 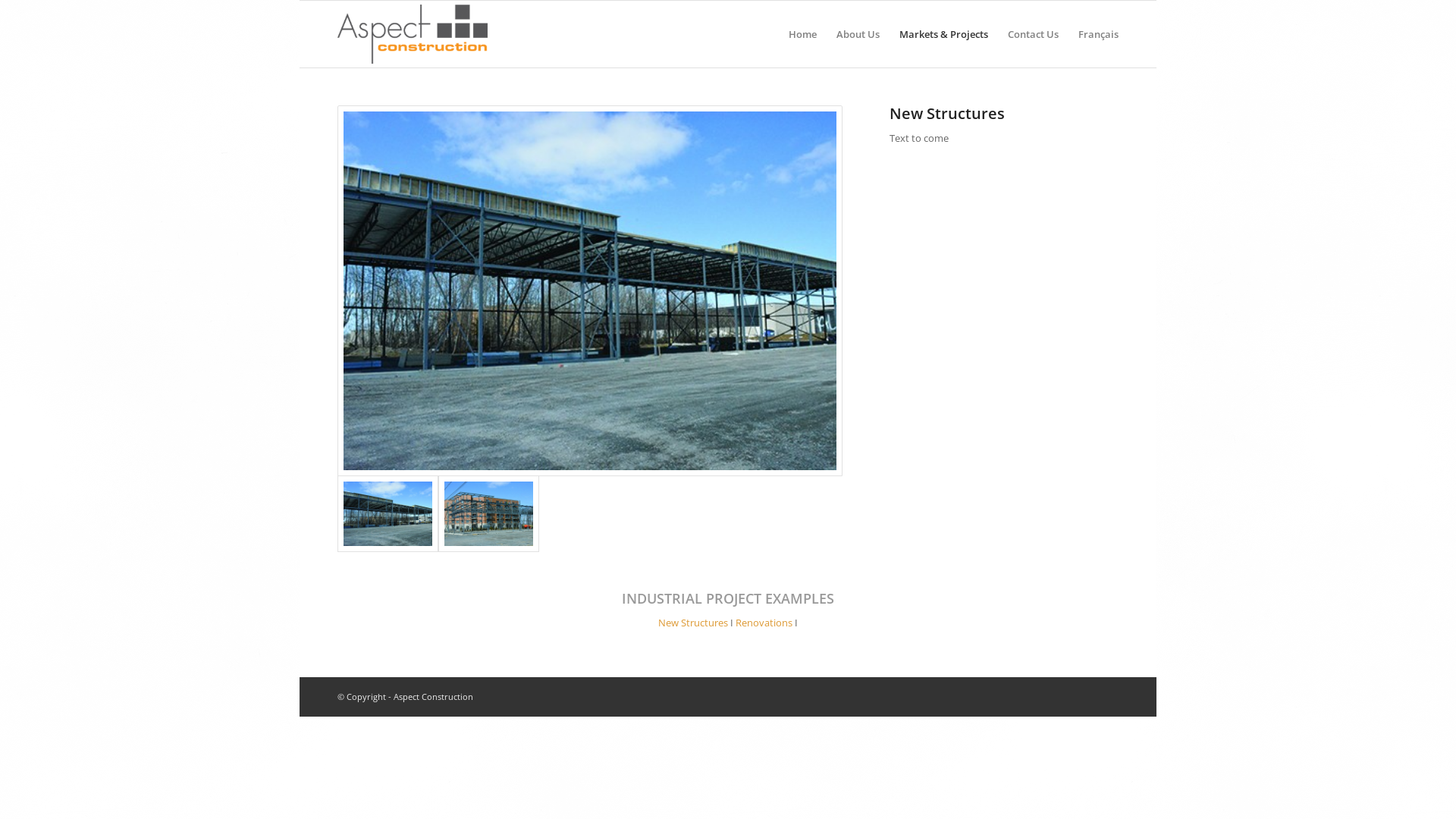 What do you see at coordinates (488, 513) in the screenshot?
I see `'Photo de structure2'` at bounding box center [488, 513].